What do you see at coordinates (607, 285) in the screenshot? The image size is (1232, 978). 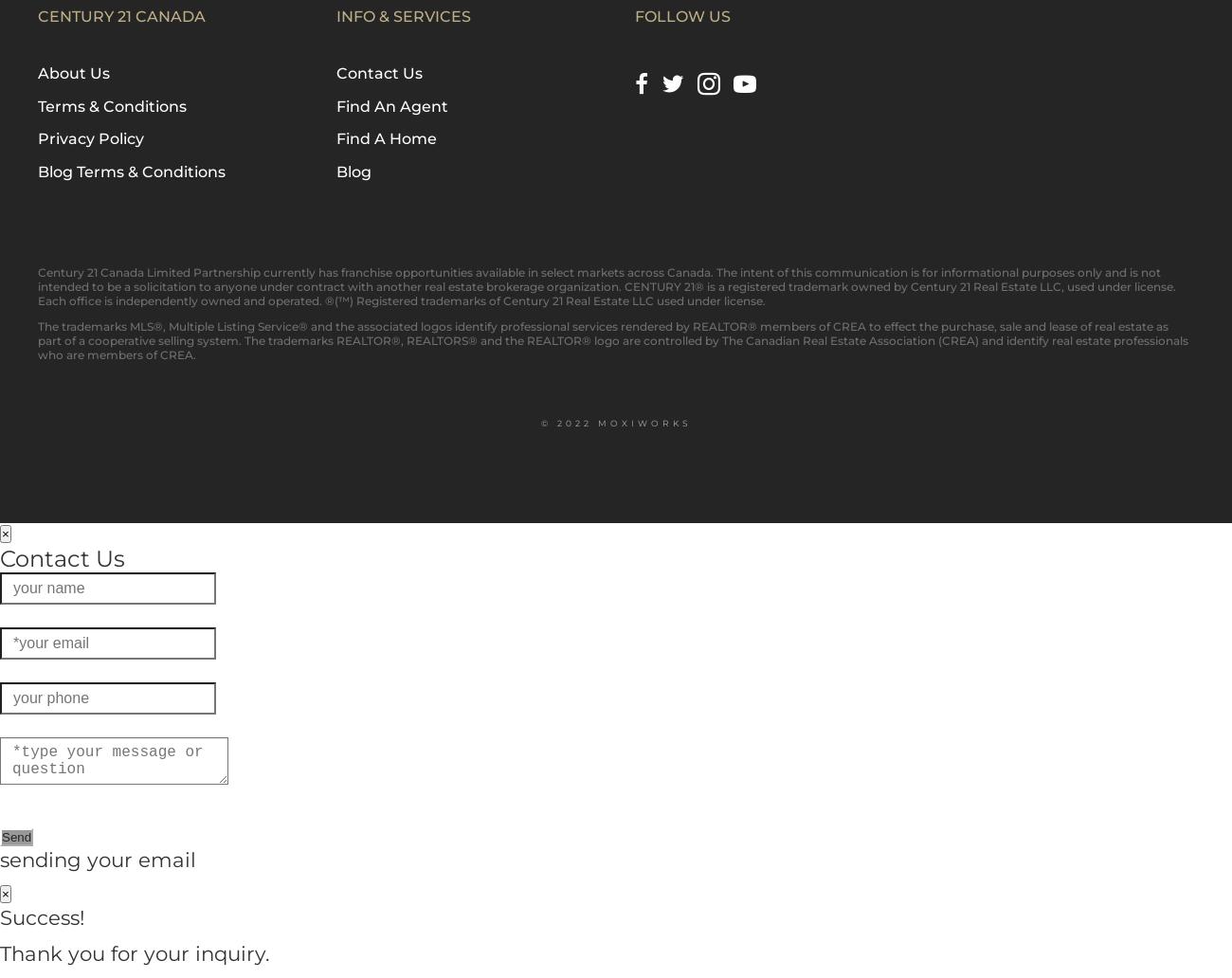 I see `'Century 21 Canada Limited Partnership currently has franchise opportunities available in select markets across Canada. The intent of this communication is for informational purposes only and is not intended to be a solicitation to anyone under contract with another real estate brokerage organization. CENTURY 21® is a registered trademark owned by Century 21 Real Estate LLC, used under license. Each office is independently owned and operated. ®(™) Registered trademarks of Century 21 Real Estate LLC used under license.'` at bounding box center [607, 285].